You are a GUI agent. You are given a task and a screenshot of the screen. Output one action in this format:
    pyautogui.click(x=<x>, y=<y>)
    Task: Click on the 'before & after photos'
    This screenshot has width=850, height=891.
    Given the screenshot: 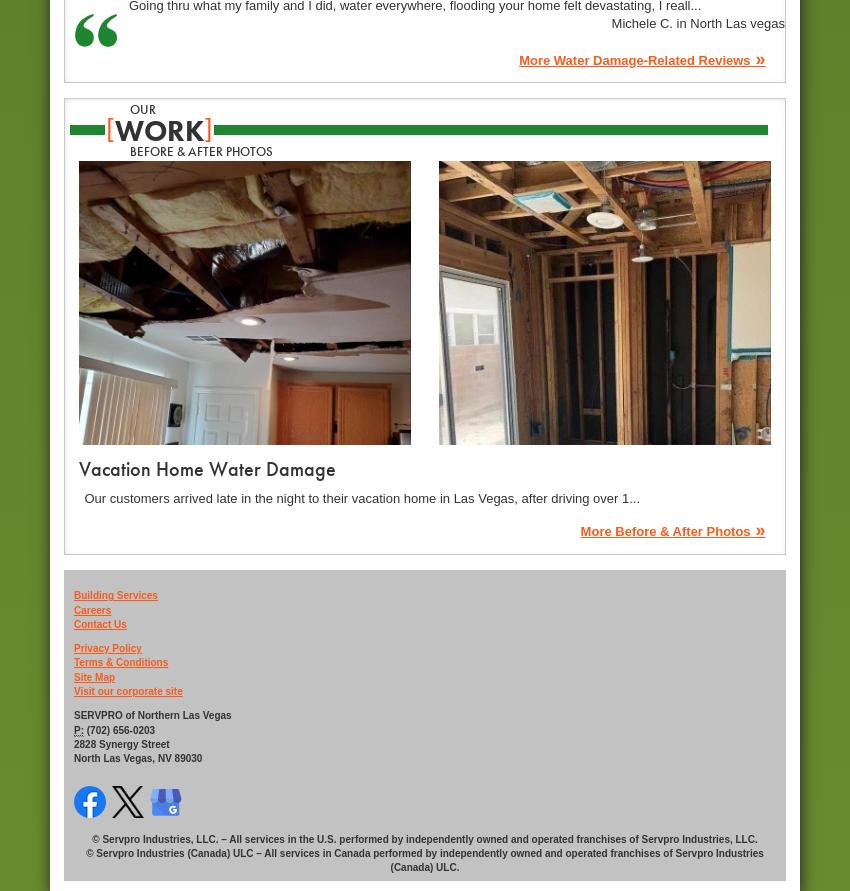 What is the action you would take?
    pyautogui.click(x=199, y=149)
    